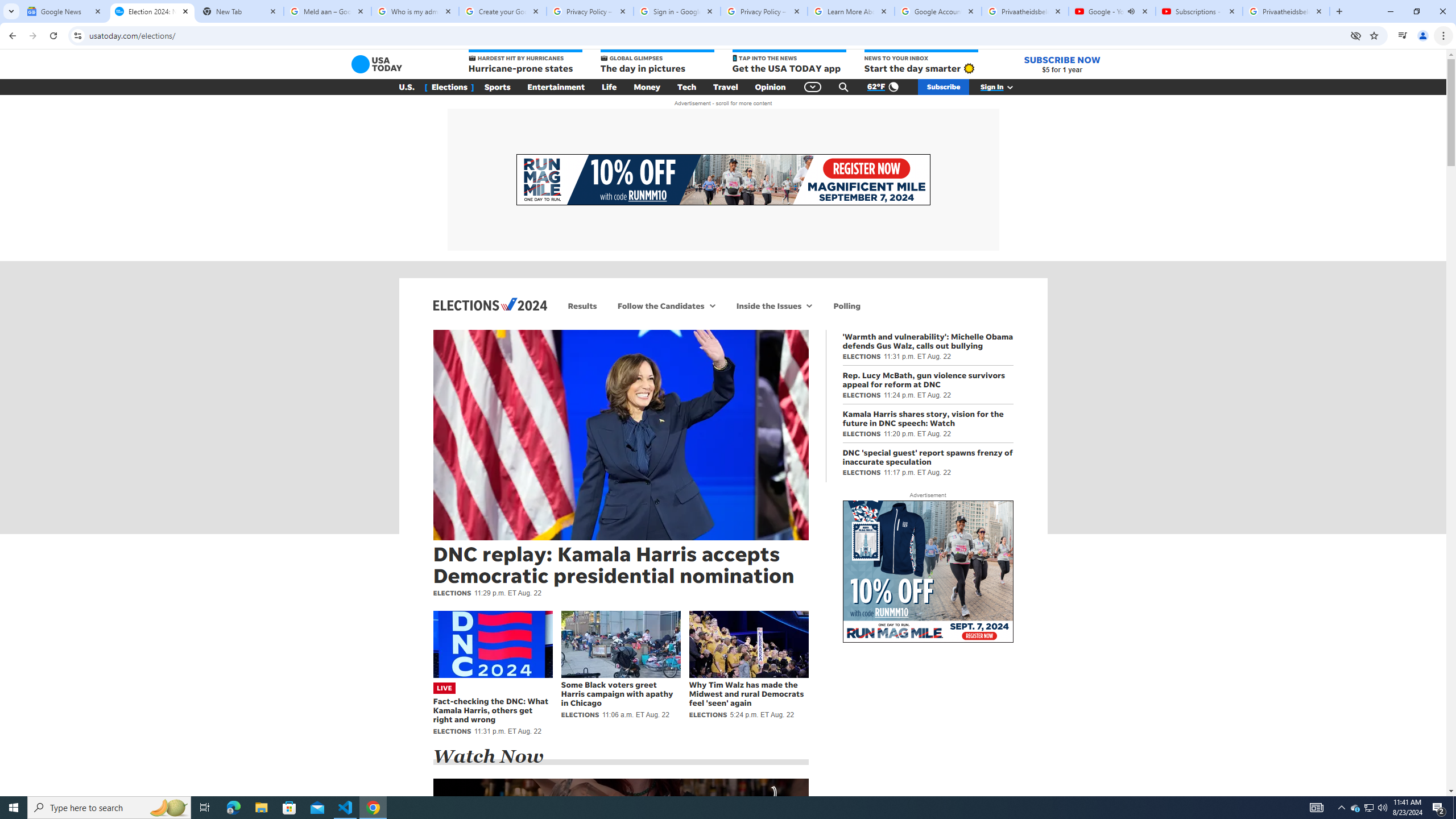  I want to click on 'Sign In', so click(1002, 87).